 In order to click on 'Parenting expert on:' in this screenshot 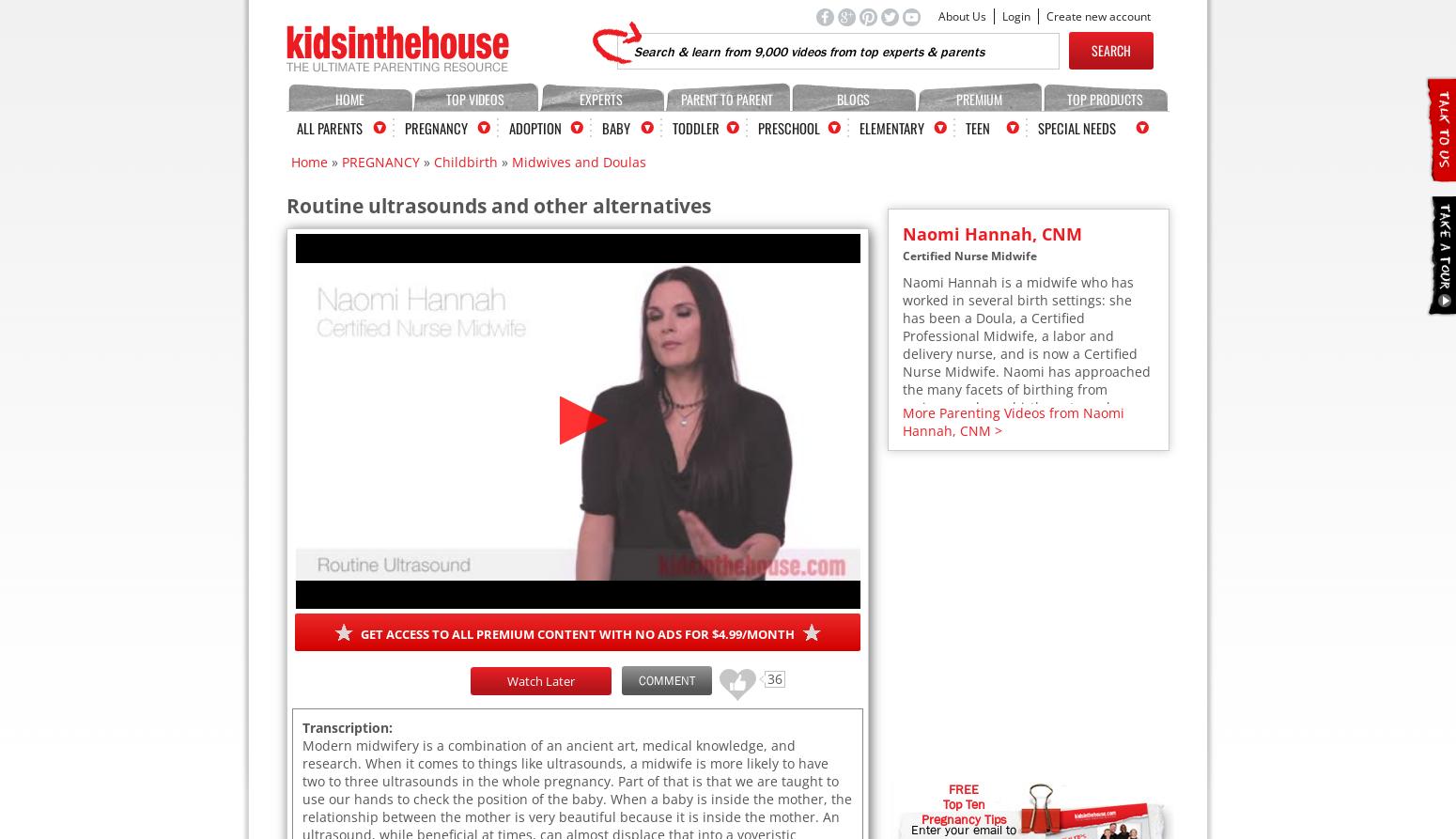, I will do `click(968, 688)`.